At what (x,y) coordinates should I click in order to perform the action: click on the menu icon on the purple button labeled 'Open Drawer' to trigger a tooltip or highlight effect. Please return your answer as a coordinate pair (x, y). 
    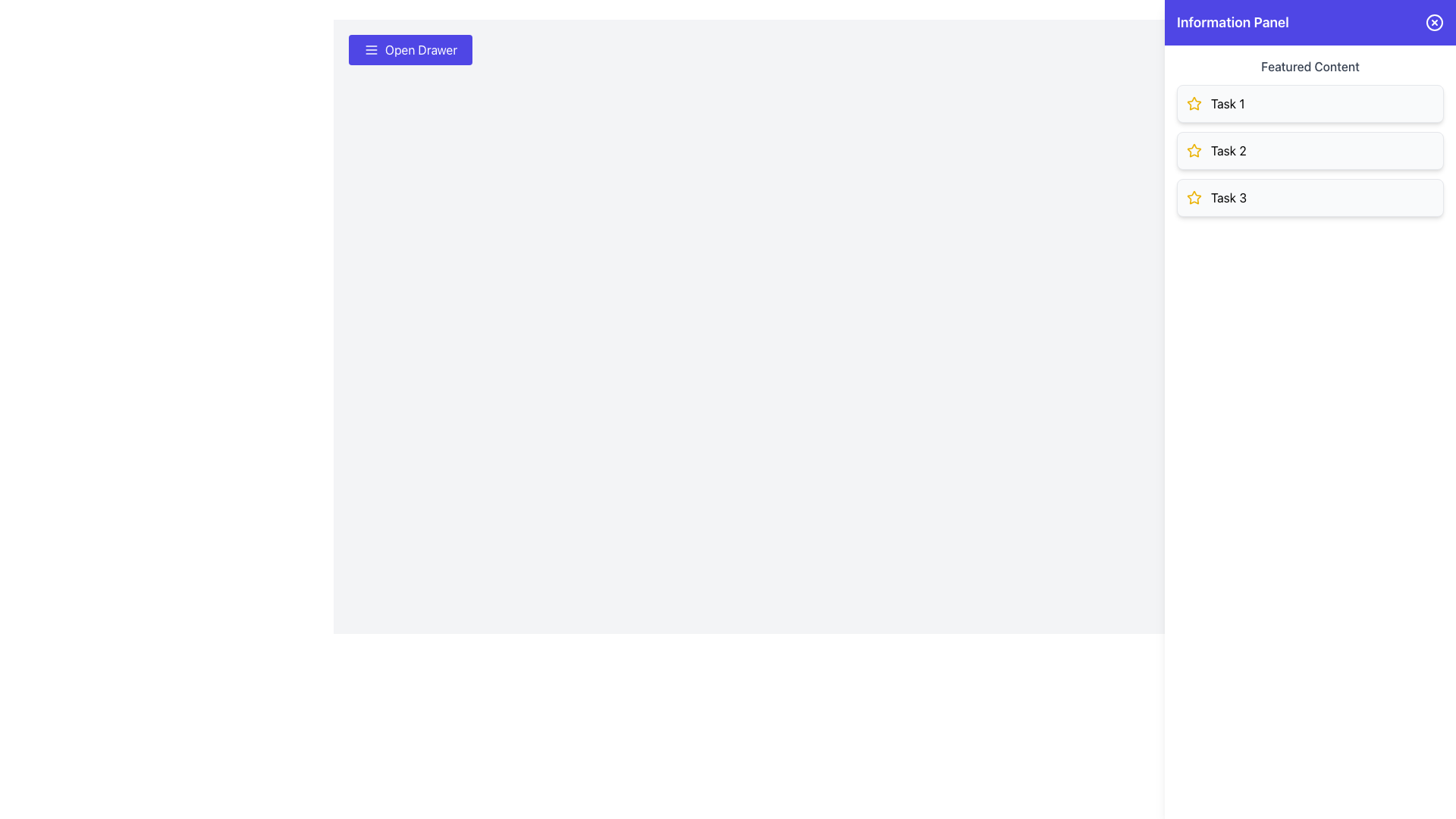
    Looking at the image, I should click on (371, 49).